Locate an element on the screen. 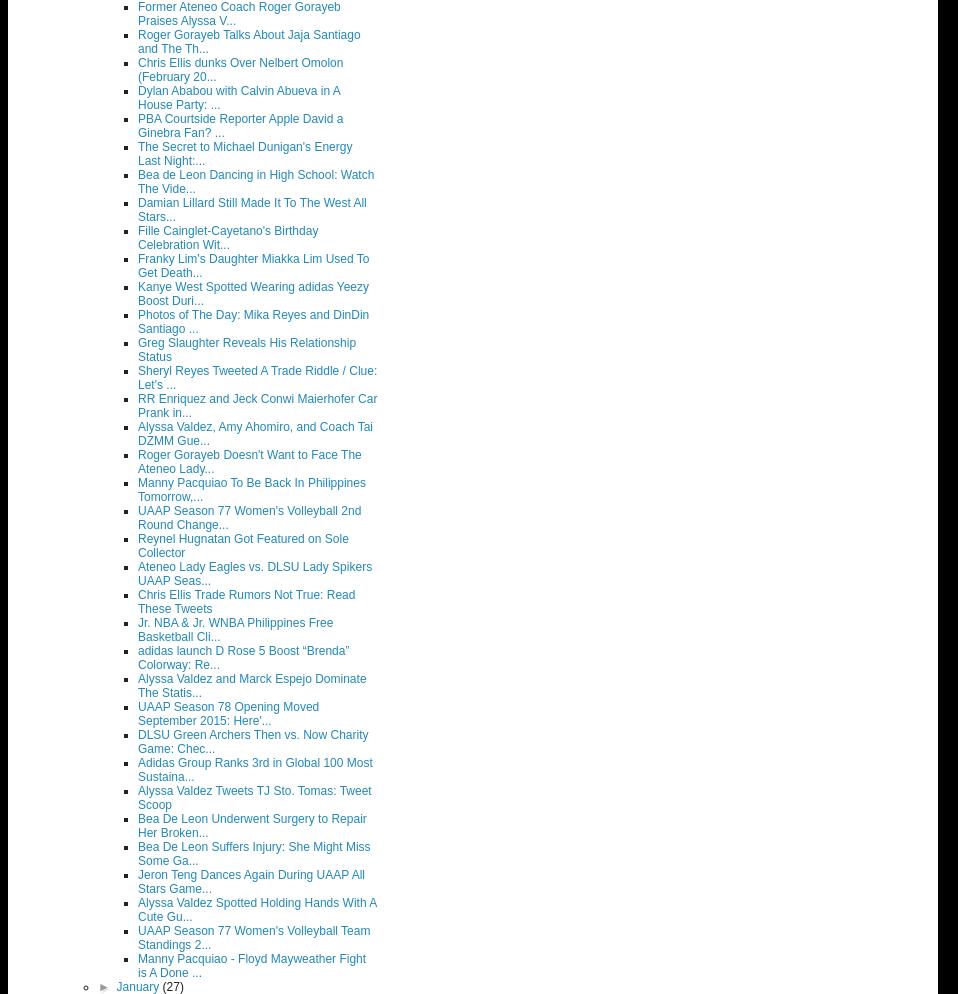 The width and height of the screenshot is (958, 994). 'Greg Slaughter Reveals His Relationship Status' is located at coordinates (138, 348).